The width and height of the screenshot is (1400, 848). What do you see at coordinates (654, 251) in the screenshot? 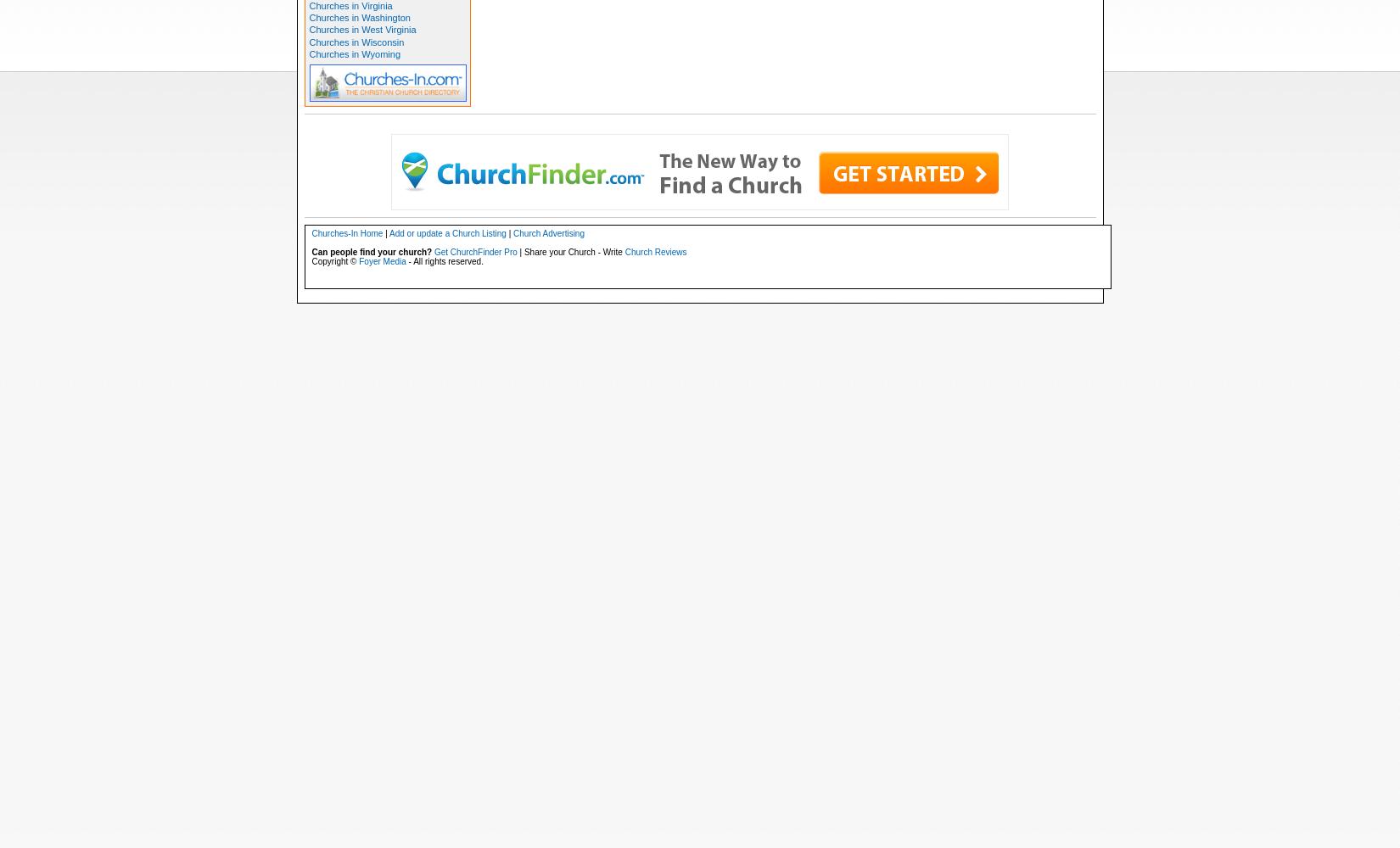
I see `'Church Reviews'` at bounding box center [654, 251].